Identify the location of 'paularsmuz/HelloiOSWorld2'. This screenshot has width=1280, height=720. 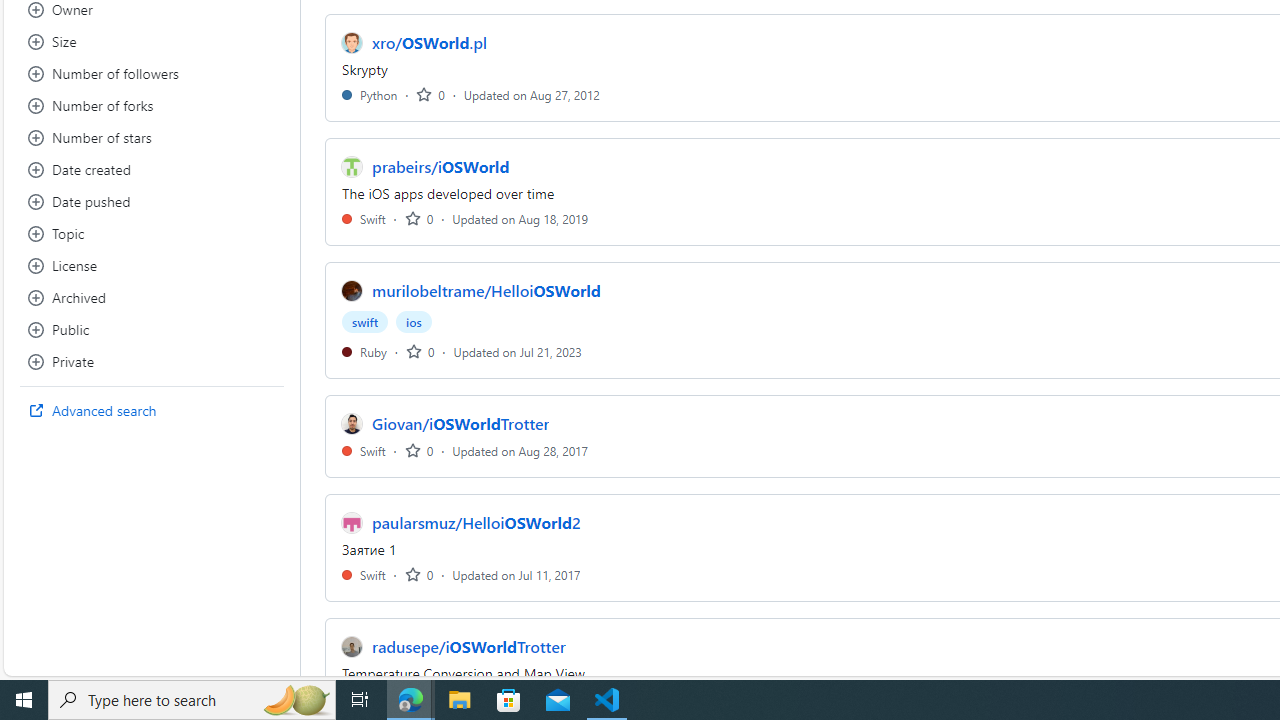
(475, 522).